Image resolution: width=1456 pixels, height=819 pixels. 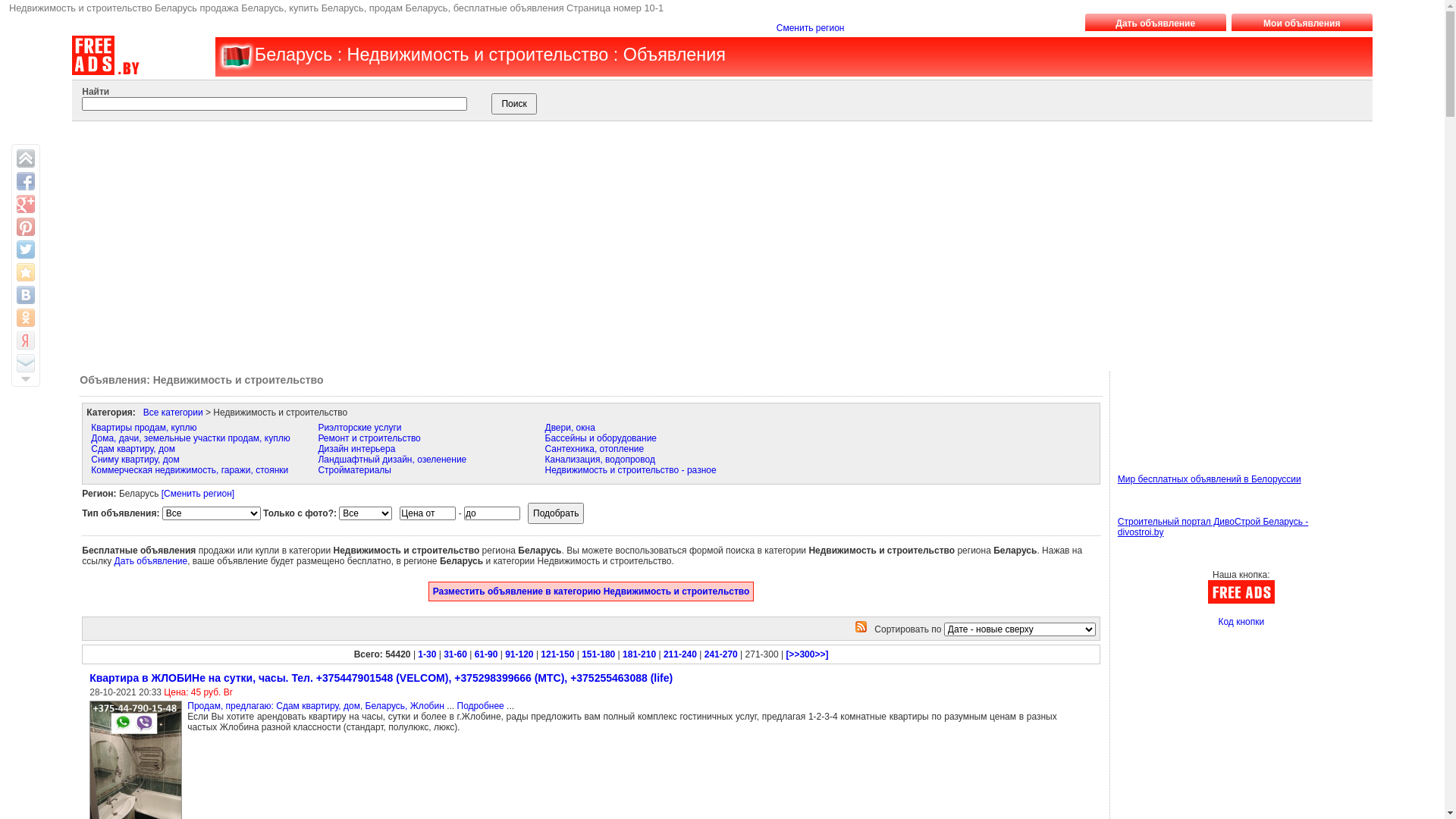 What do you see at coordinates (25, 227) in the screenshot?
I see `'Pin It'` at bounding box center [25, 227].